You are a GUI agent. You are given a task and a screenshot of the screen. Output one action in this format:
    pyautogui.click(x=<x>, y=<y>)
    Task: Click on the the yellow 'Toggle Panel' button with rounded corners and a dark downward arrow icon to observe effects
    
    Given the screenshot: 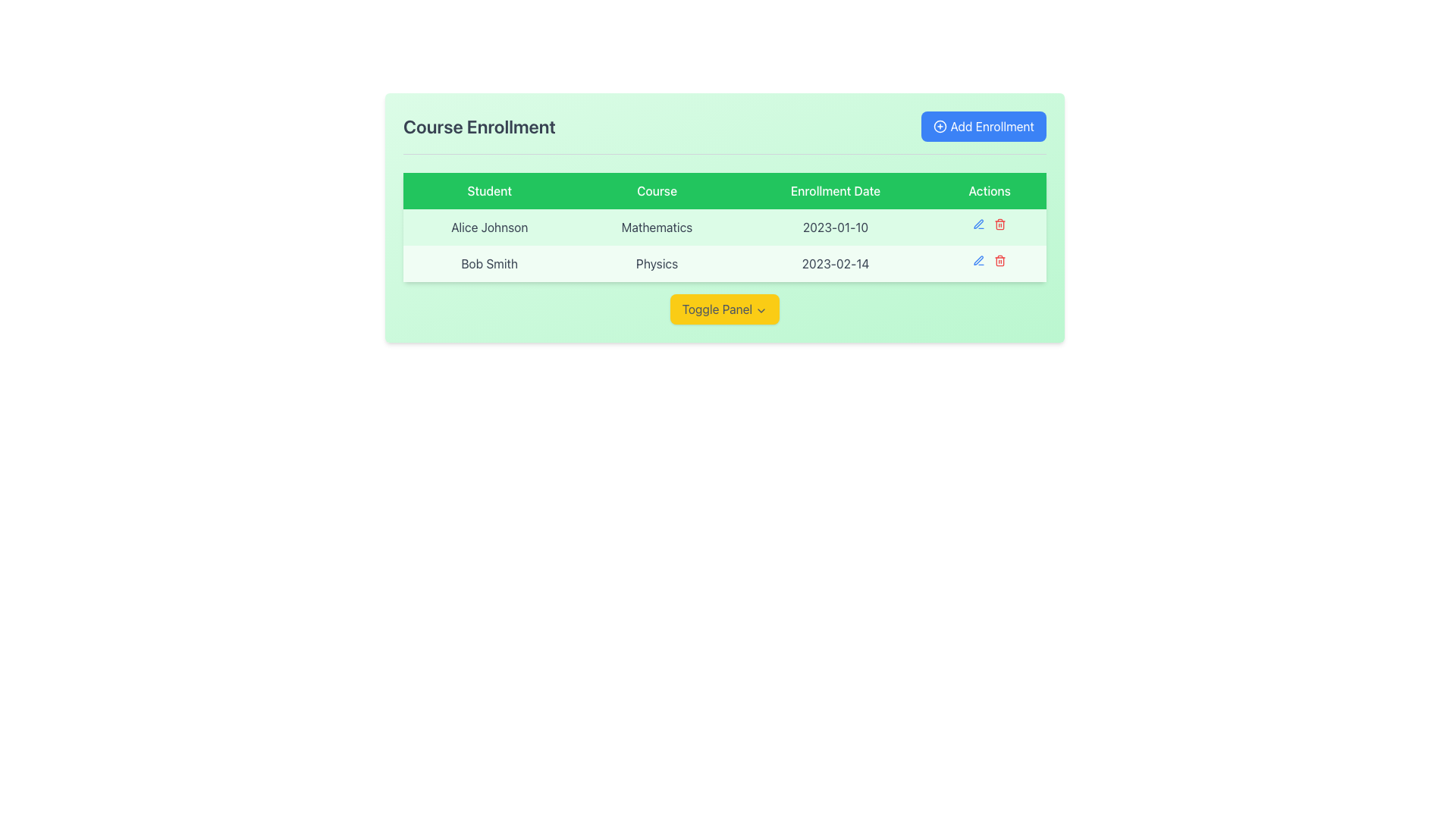 What is the action you would take?
    pyautogui.click(x=723, y=309)
    